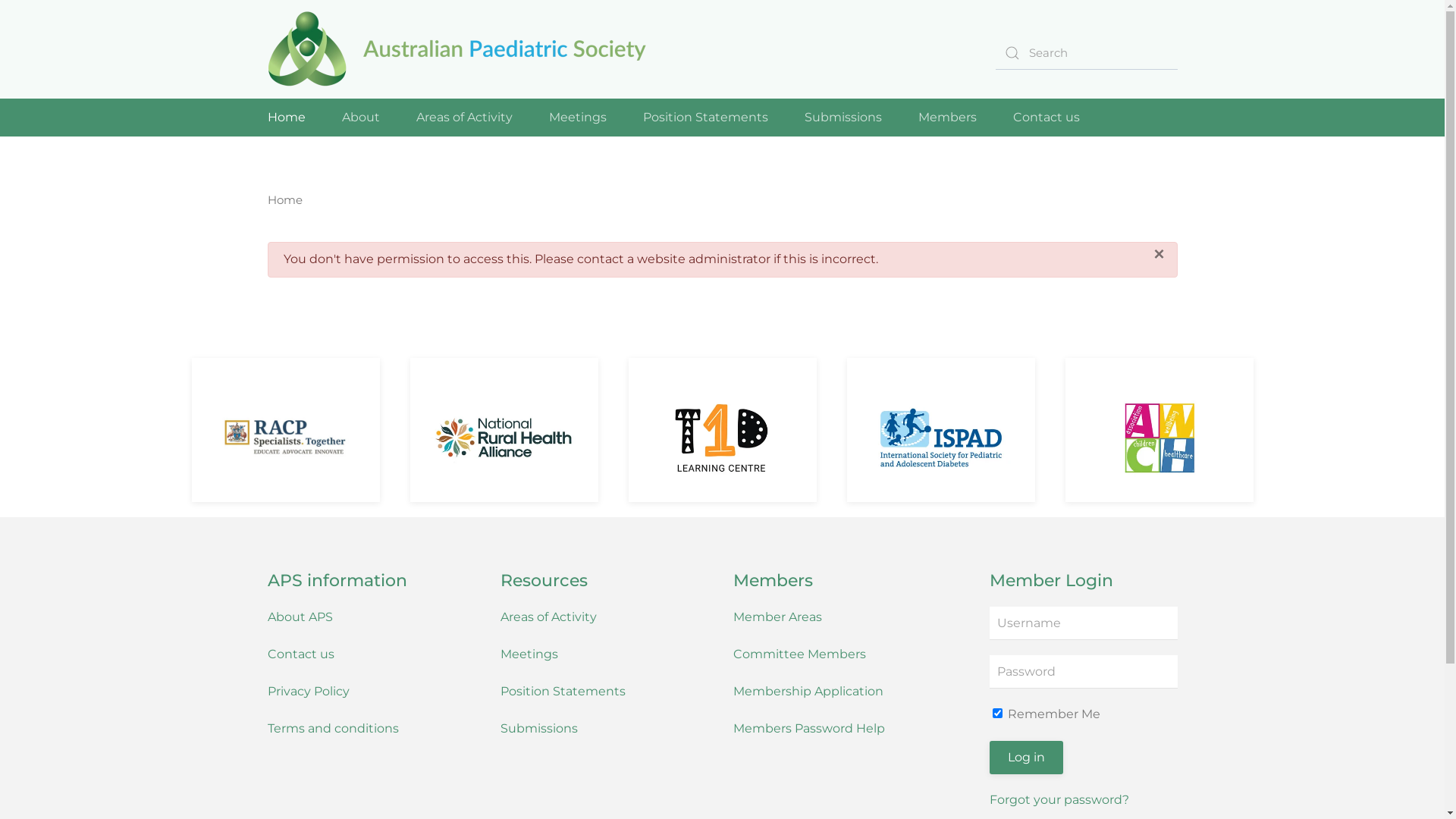 This screenshot has height=819, width=1456. I want to click on 'Privacy Policy', so click(307, 691).